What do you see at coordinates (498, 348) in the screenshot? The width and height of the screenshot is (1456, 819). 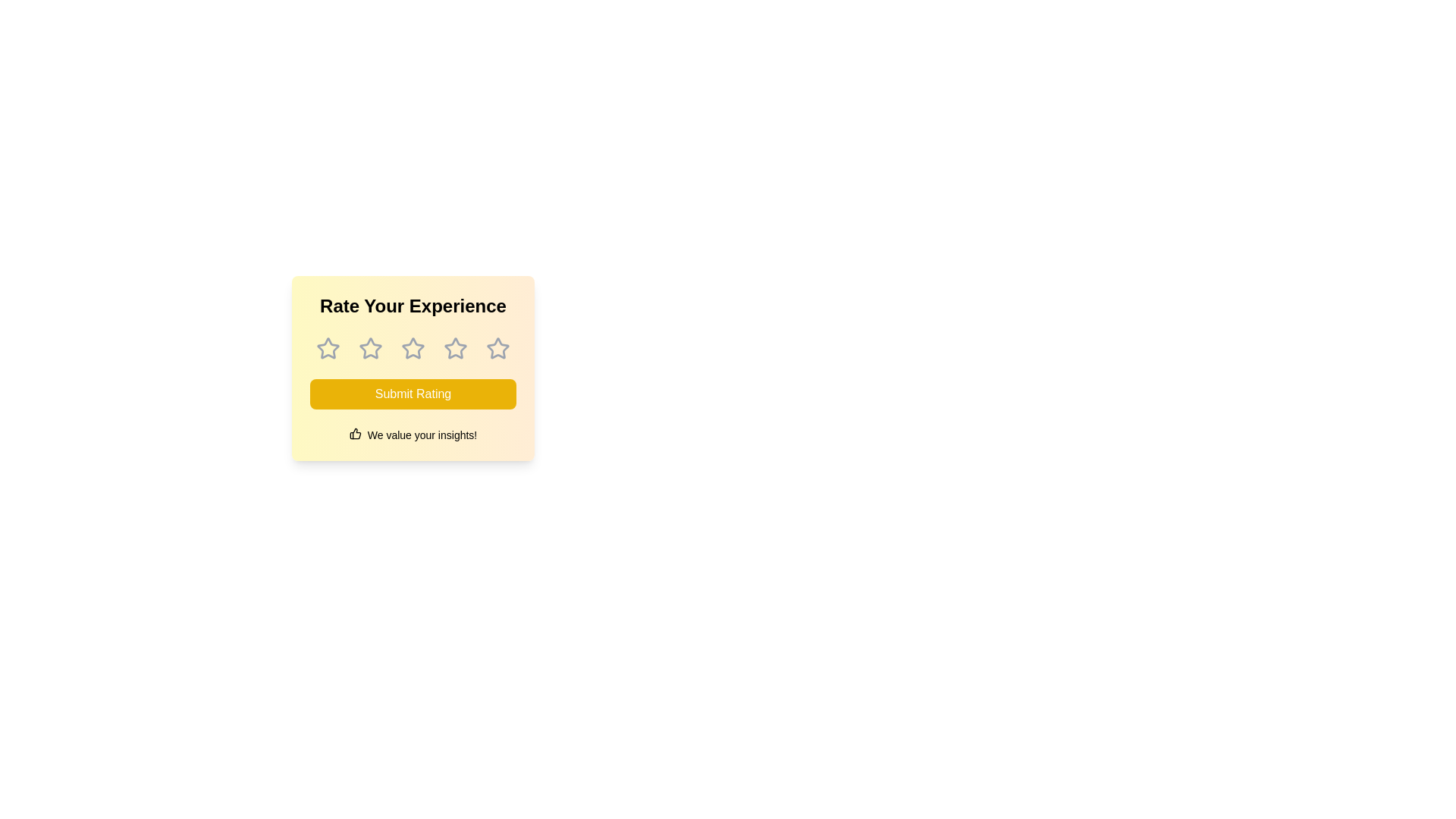 I see `the fifth star in the five-star rating system located at the top-right portion of the 'Rate Your Experience' card using keyboard navigation` at bounding box center [498, 348].